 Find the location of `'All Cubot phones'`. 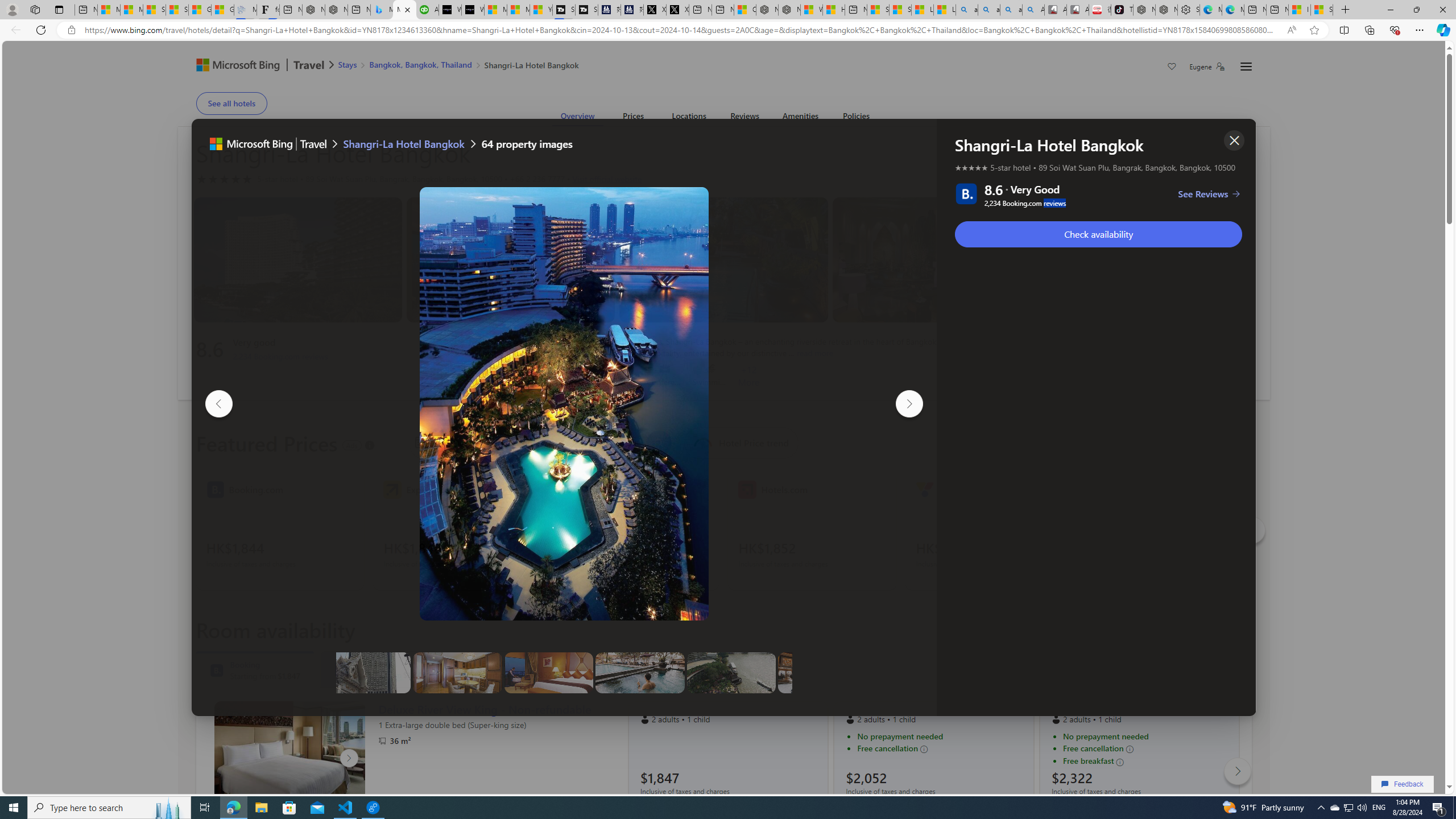

'All Cubot phones' is located at coordinates (1077, 9).